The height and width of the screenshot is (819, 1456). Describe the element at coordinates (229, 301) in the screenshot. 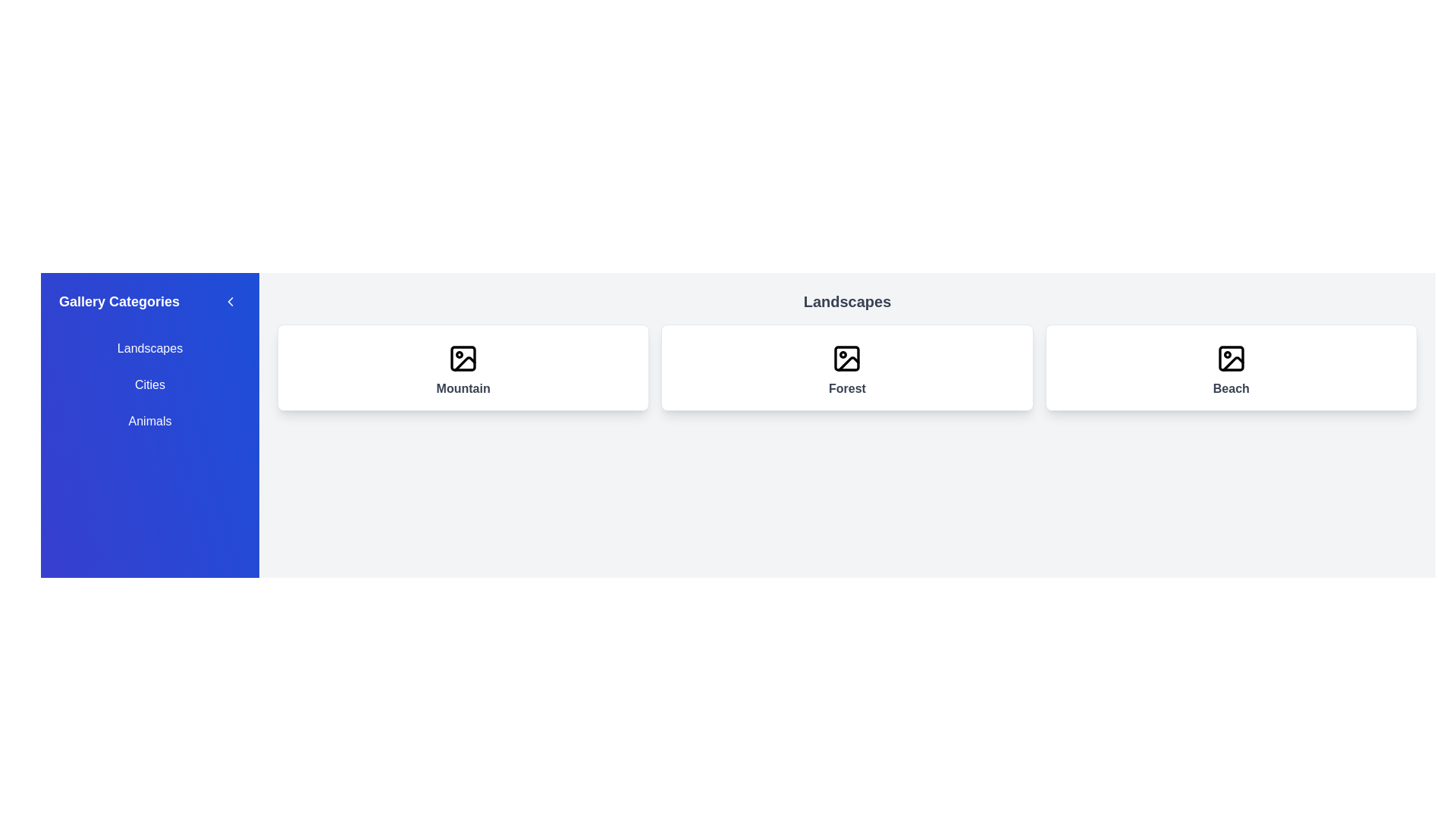

I see `the chevron icon located at the top-right corner of the sidebar` at that location.